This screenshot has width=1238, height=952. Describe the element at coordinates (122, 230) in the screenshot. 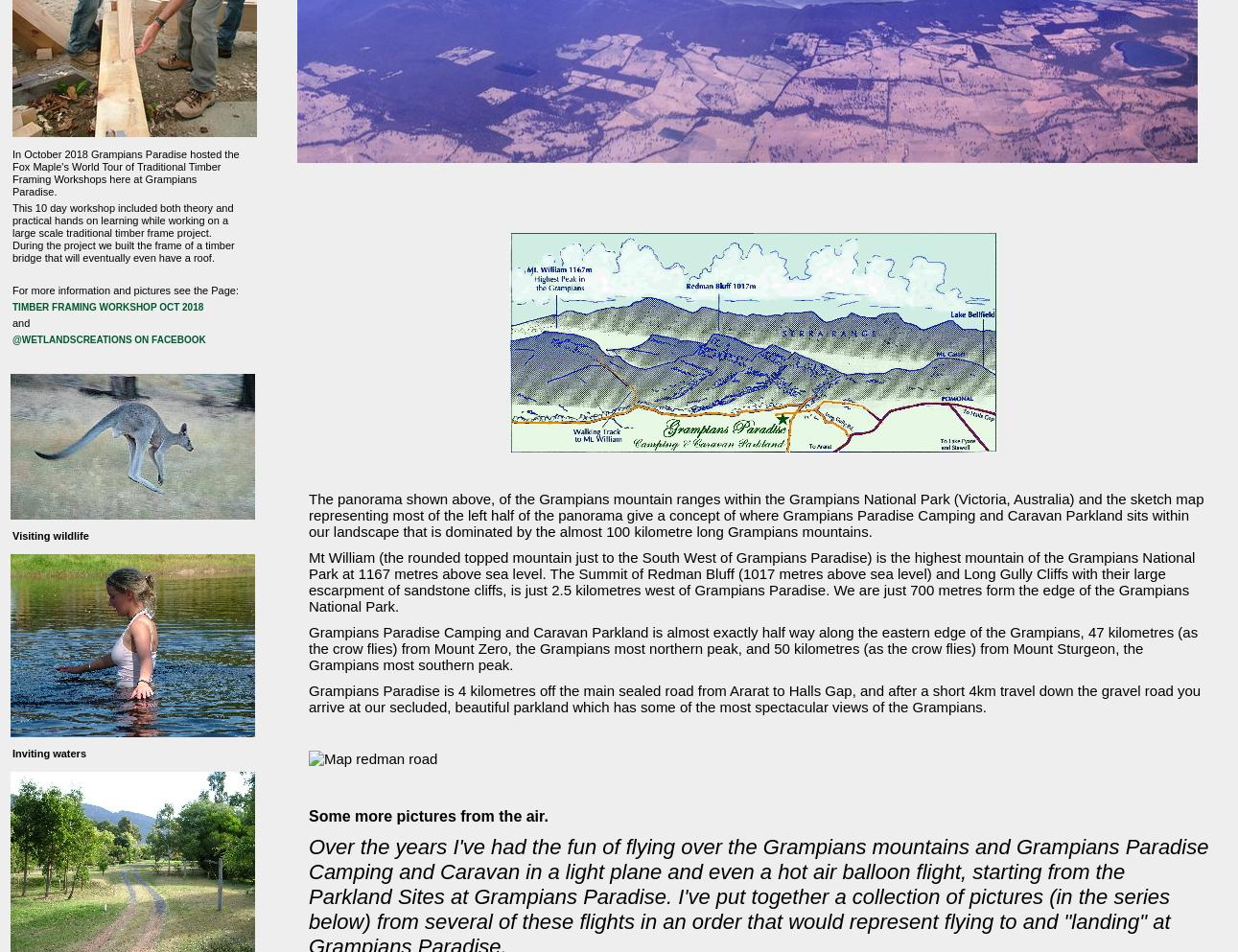

I see `'This 10 day workshop included both theory and practical hands on learning while working on a large scale traditional timber frame project. During the project we built the frame of a timber bridge that will eventually even have a roof.'` at that location.